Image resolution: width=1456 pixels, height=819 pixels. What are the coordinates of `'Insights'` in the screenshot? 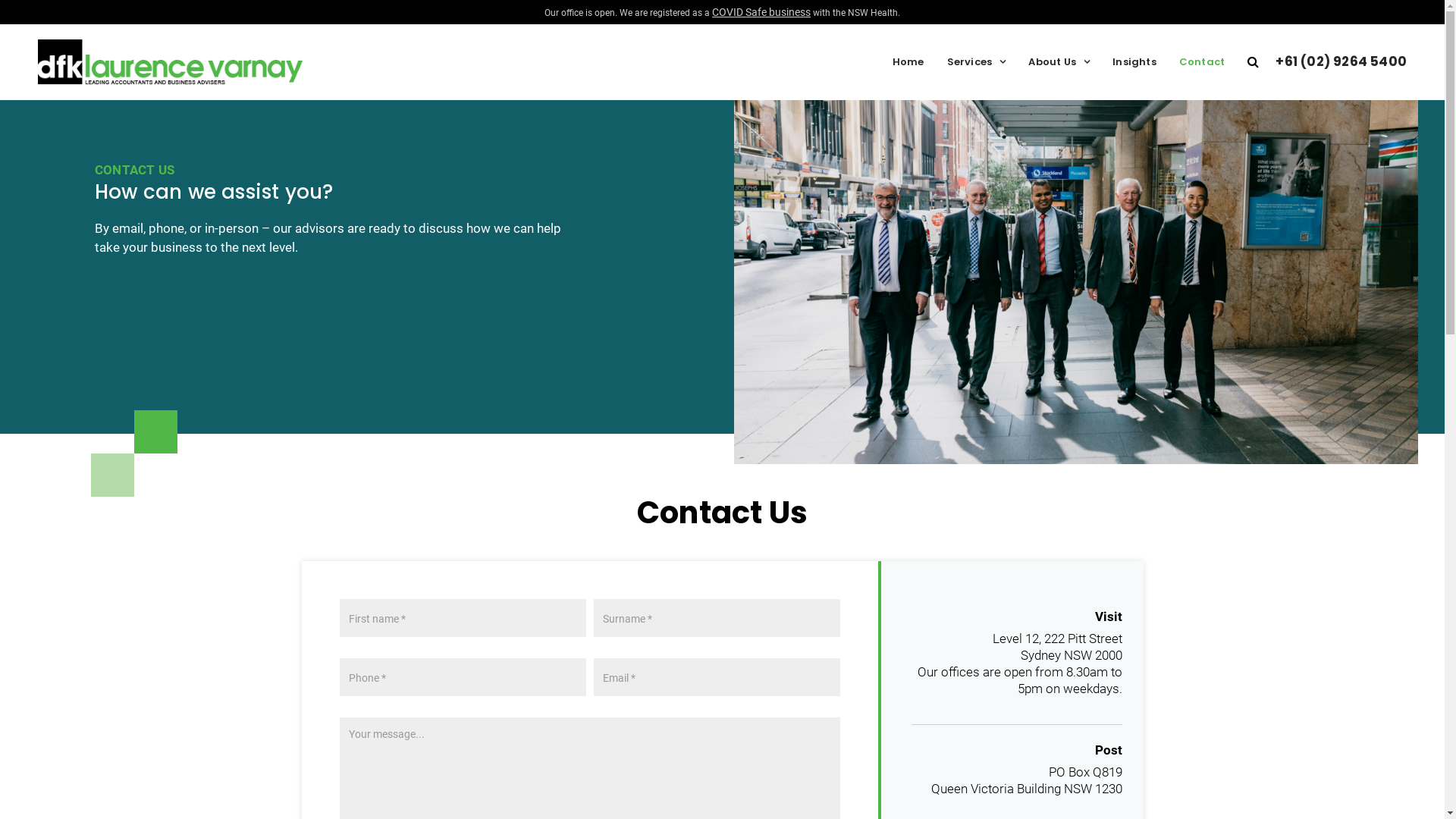 It's located at (1134, 61).